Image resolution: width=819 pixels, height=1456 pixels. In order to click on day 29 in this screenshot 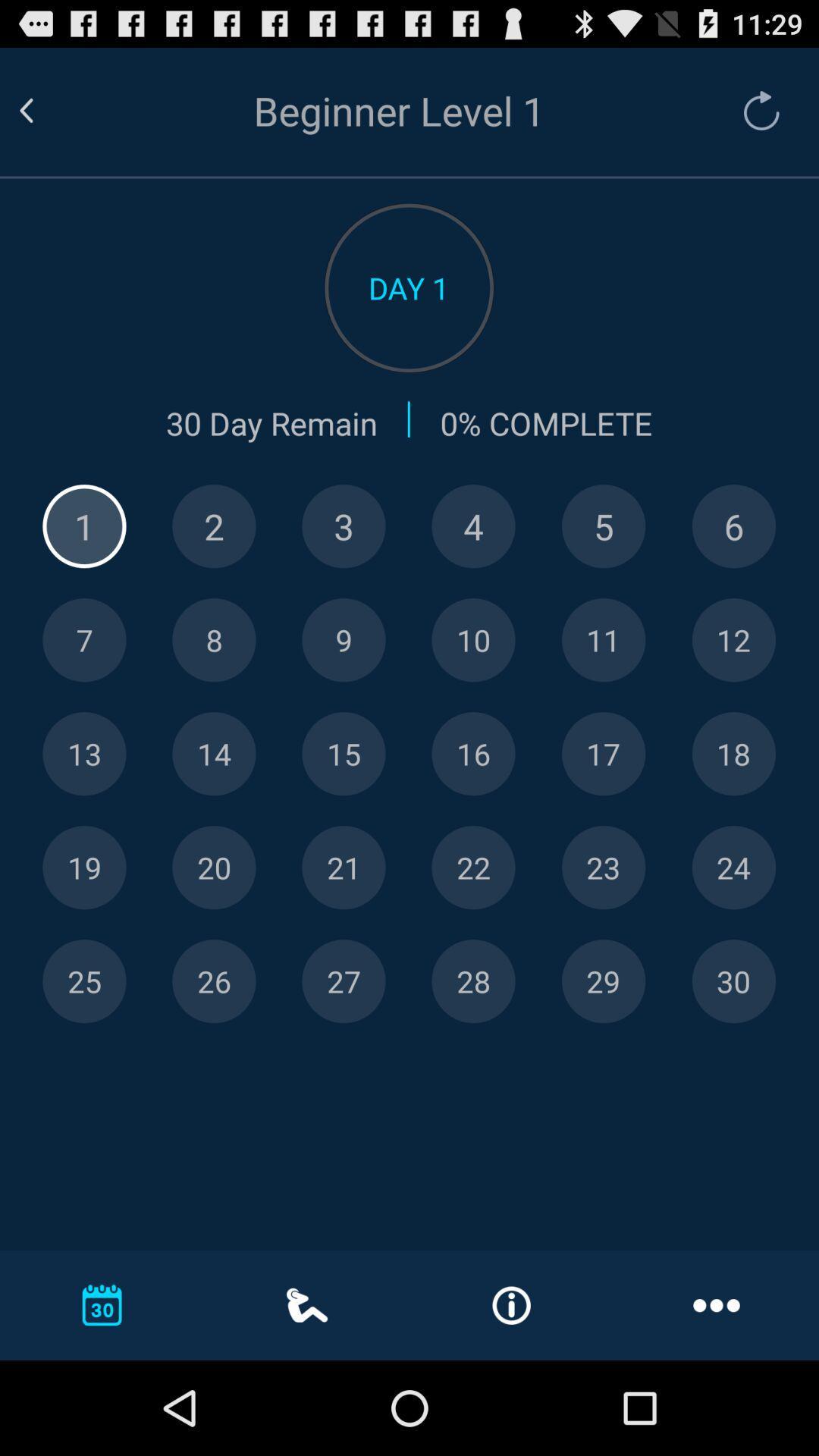, I will do `click(603, 981)`.